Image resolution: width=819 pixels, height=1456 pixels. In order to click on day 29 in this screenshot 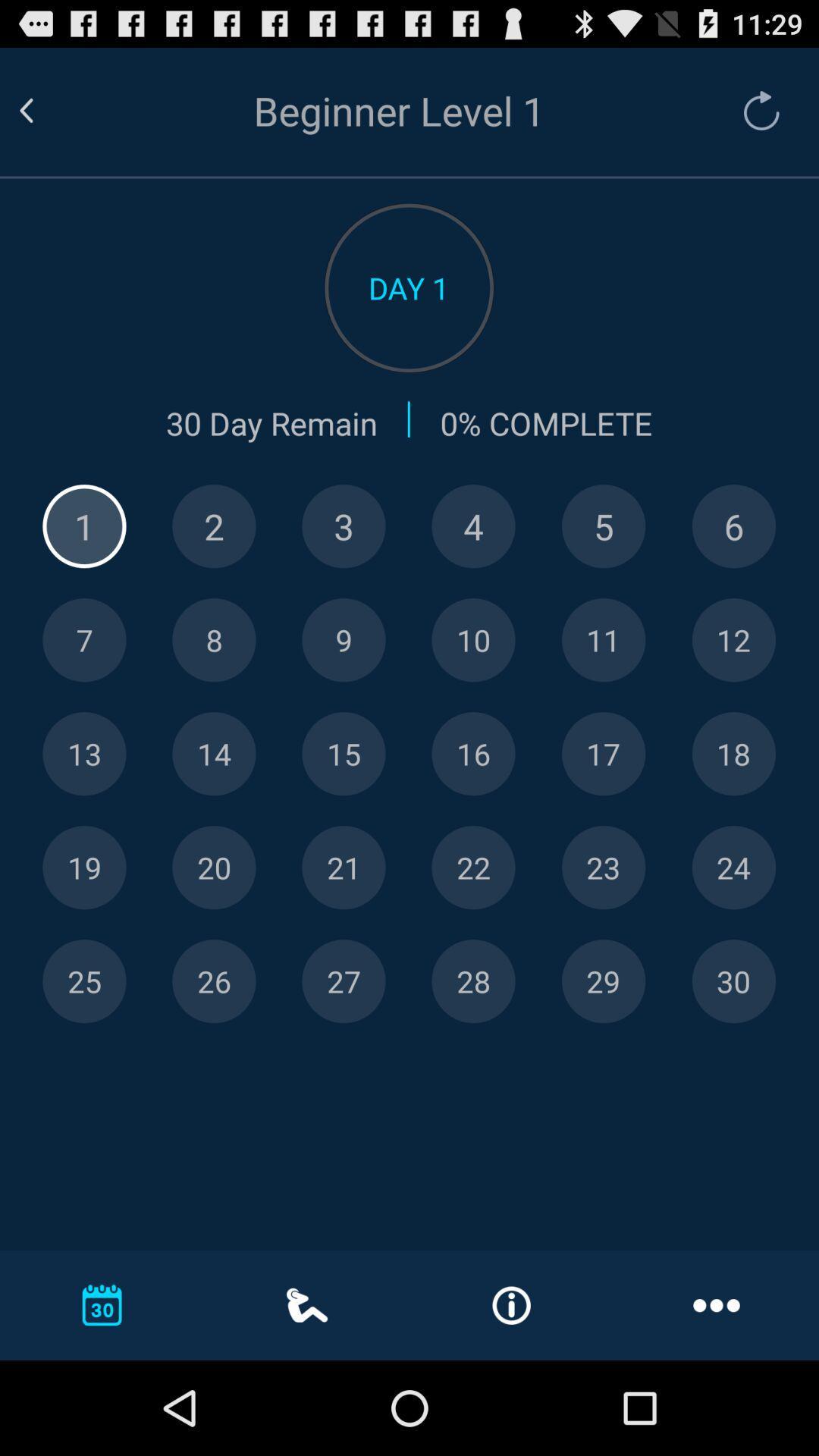, I will do `click(603, 981)`.